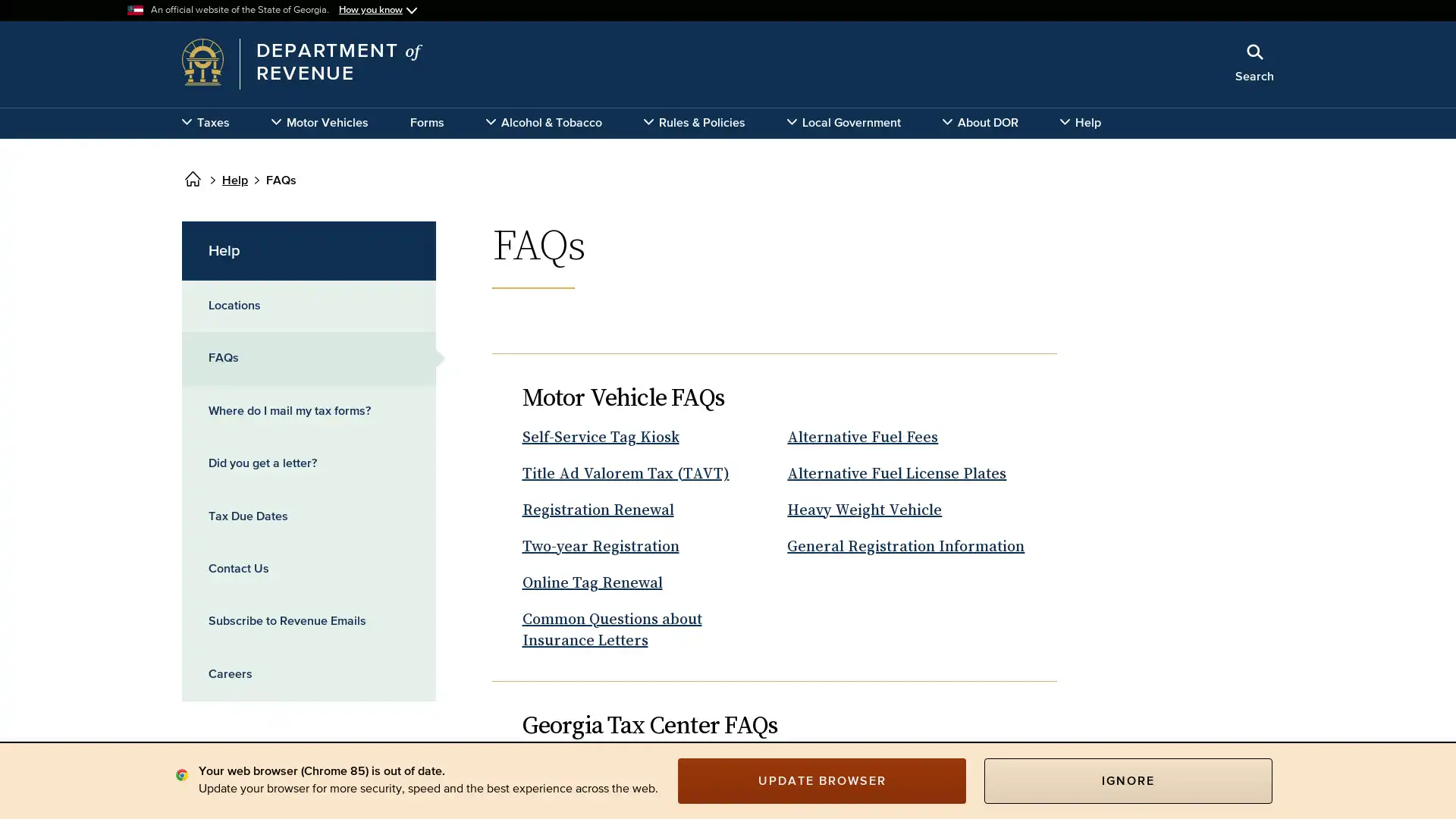 The height and width of the screenshot is (819, 1456). Describe the element at coordinates (326, 247) in the screenshot. I see `x` at that location.